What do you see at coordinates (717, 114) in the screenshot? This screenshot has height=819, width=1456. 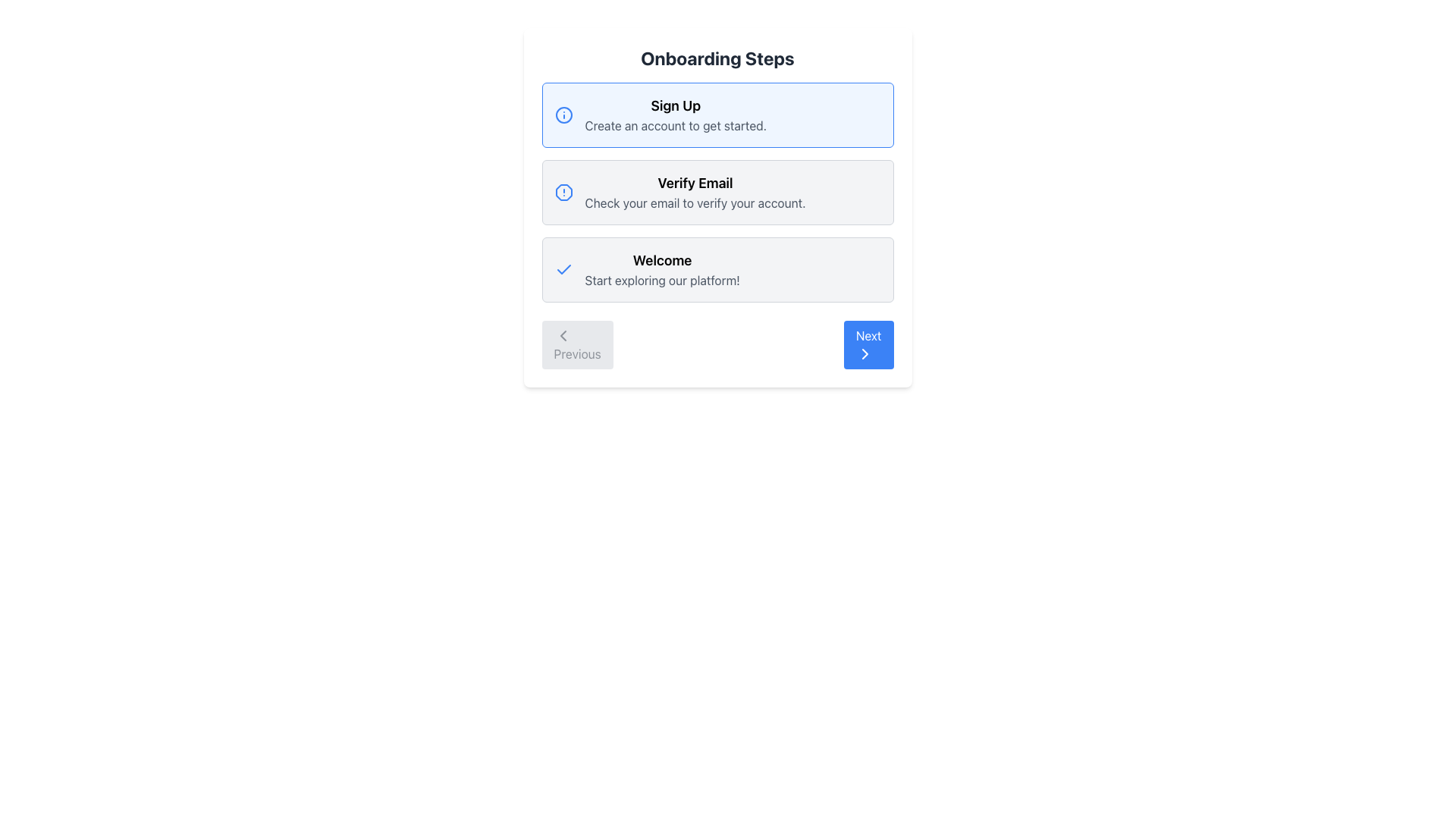 I see `the introductory onboarding card located at the top of the three vertically stacked sections in the central interface` at bounding box center [717, 114].